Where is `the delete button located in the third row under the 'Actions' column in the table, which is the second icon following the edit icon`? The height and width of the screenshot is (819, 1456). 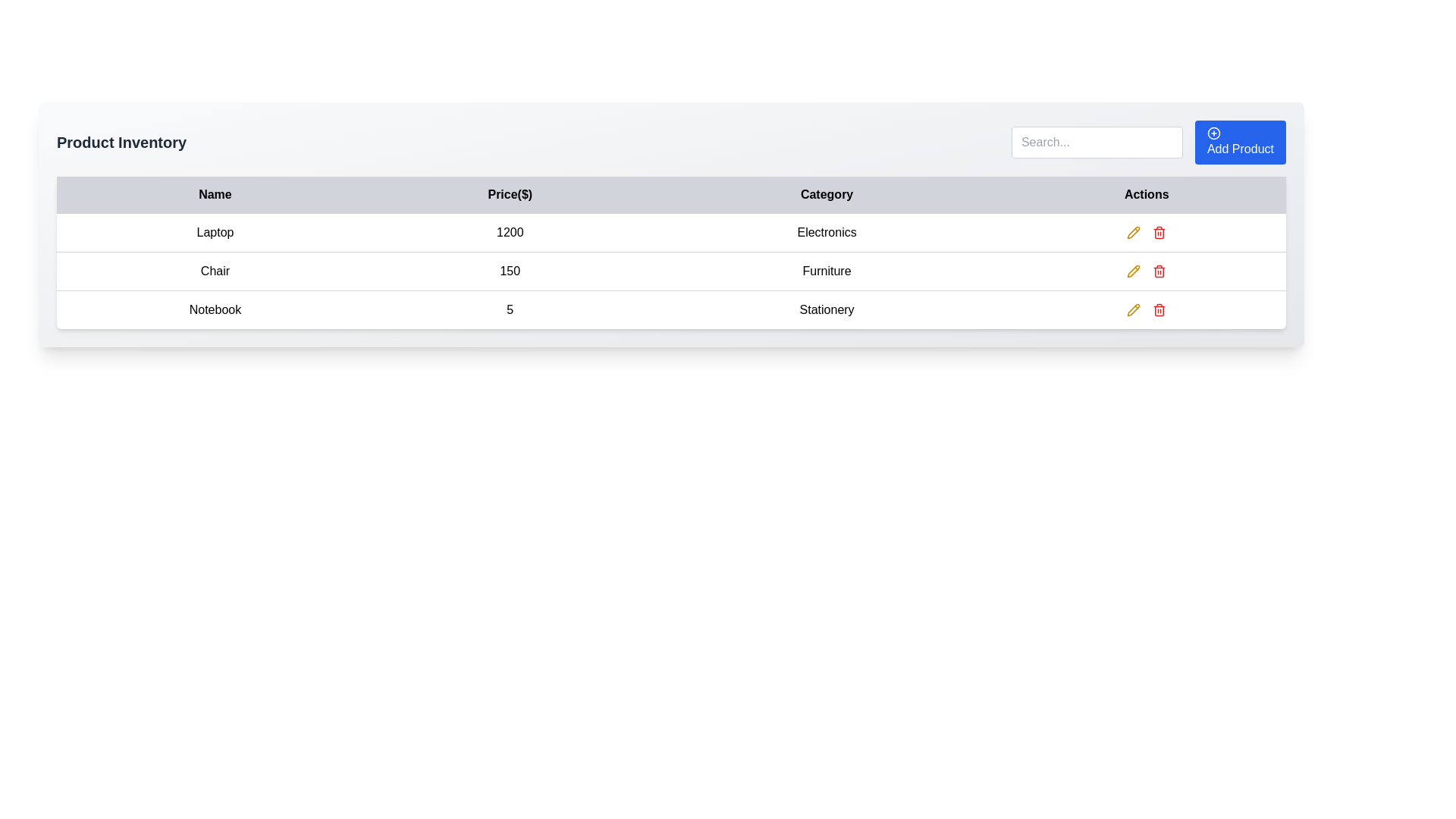 the delete button located in the third row under the 'Actions' column in the table, which is the second icon following the edit icon is located at coordinates (1159, 309).